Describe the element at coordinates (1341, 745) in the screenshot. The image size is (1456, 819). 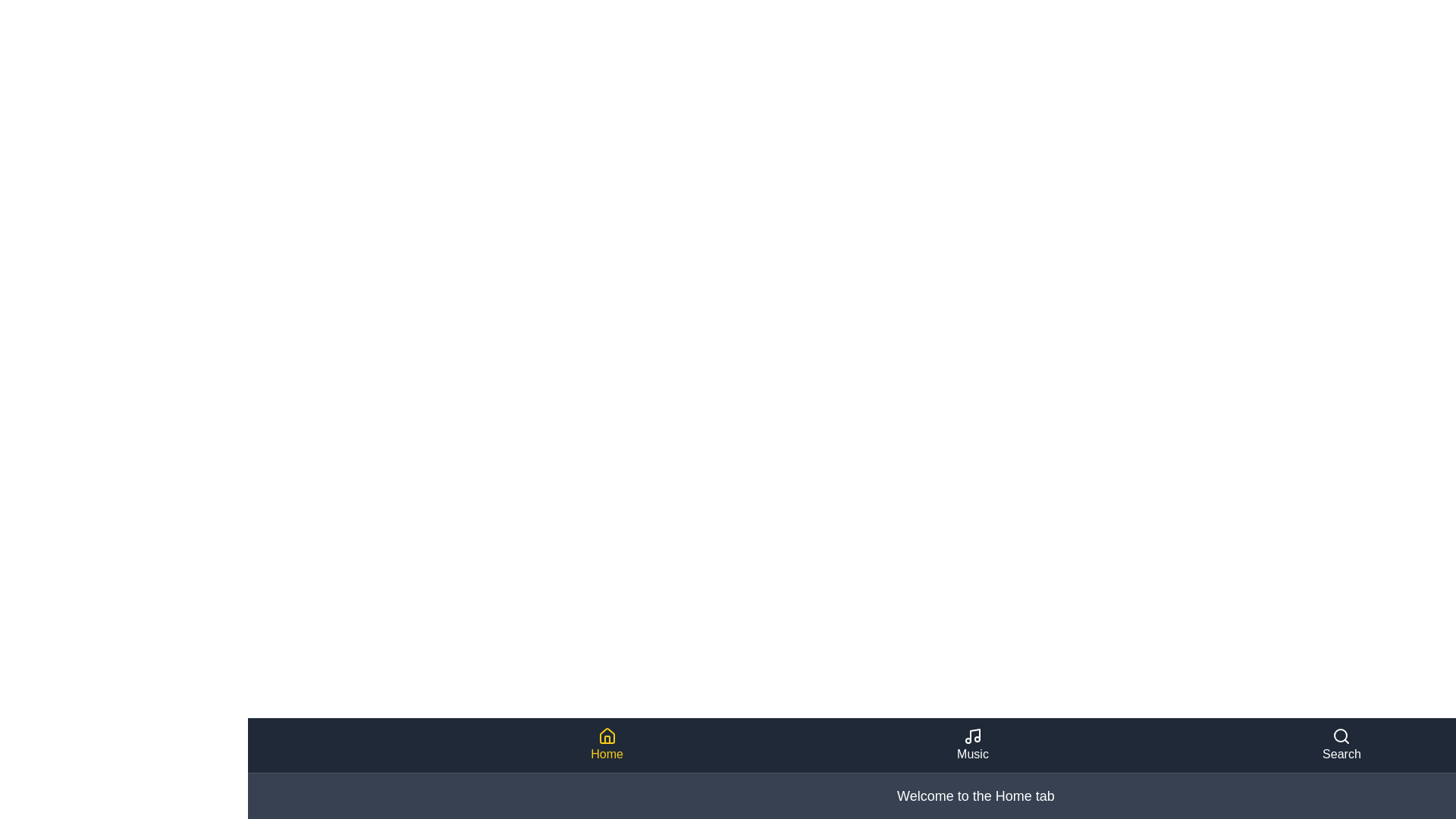
I see `the Search tab to view its content` at that location.